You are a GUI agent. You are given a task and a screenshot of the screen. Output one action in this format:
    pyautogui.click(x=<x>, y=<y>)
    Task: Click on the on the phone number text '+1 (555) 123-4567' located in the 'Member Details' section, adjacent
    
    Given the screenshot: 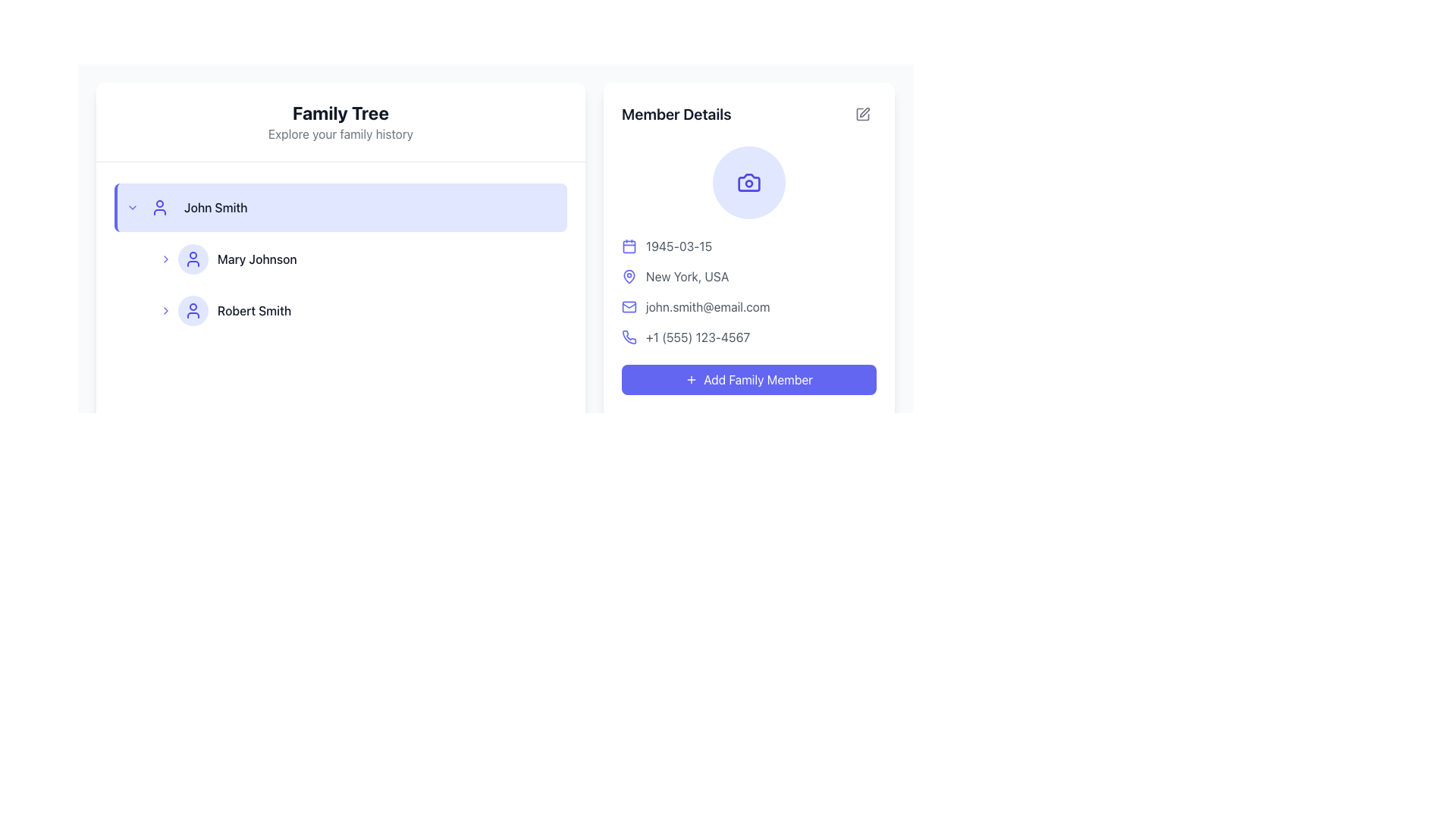 What is the action you would take?
    pyautogui.click(x=697, y=336)
    